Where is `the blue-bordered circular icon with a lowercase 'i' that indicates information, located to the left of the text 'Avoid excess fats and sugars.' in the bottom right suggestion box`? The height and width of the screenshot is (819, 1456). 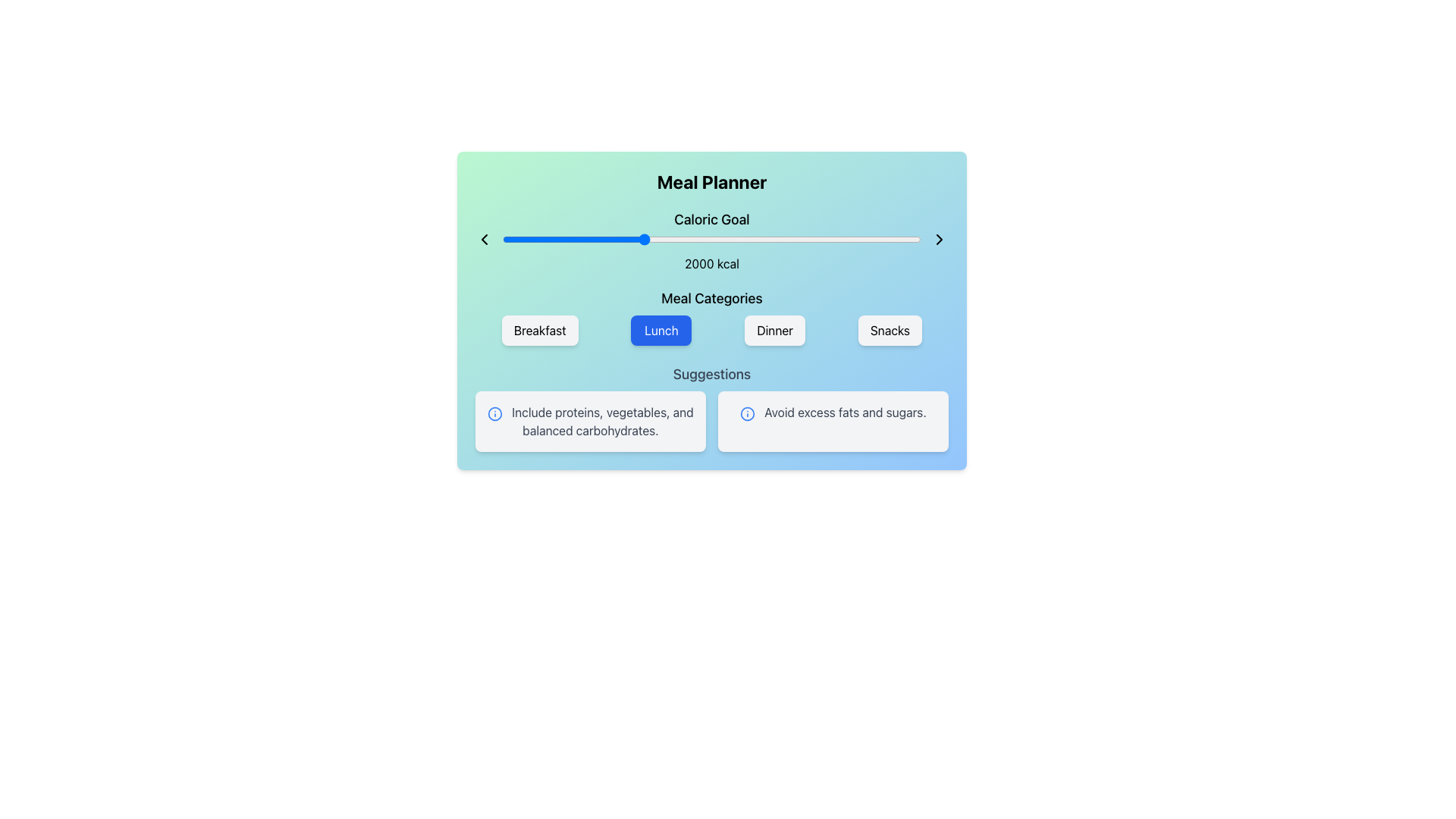
the blue-bordered circular icon with a lowercase 'i' that indicates information, located to the left of the text 'Avoid excess fats and sugars.' in the bottom right suggestion box is located at coordinates (748, 413).